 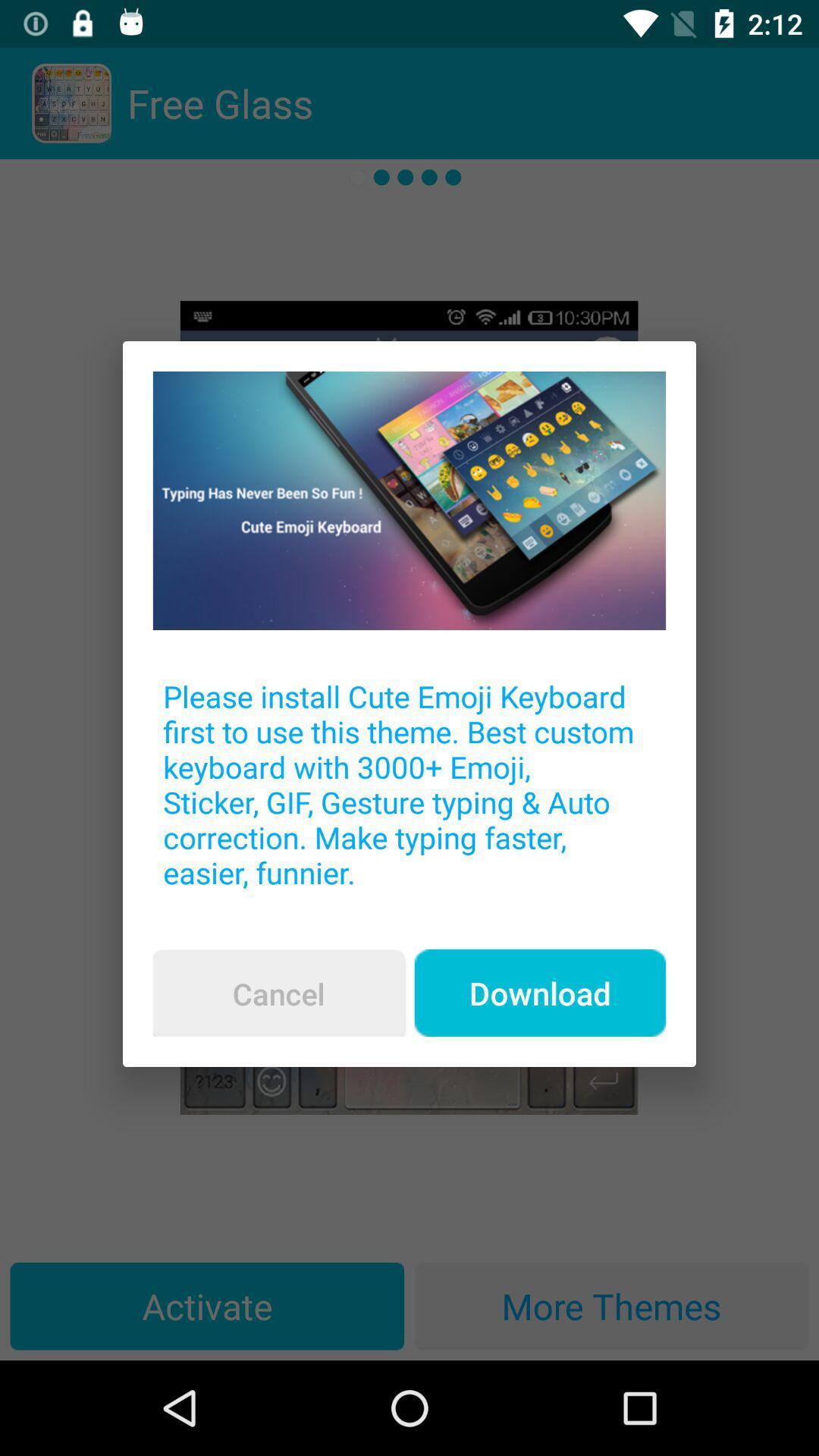 What do you see at coordinates (278, 993) in the screenshot?
I see `cancel item` at bounding box center [278, 993].